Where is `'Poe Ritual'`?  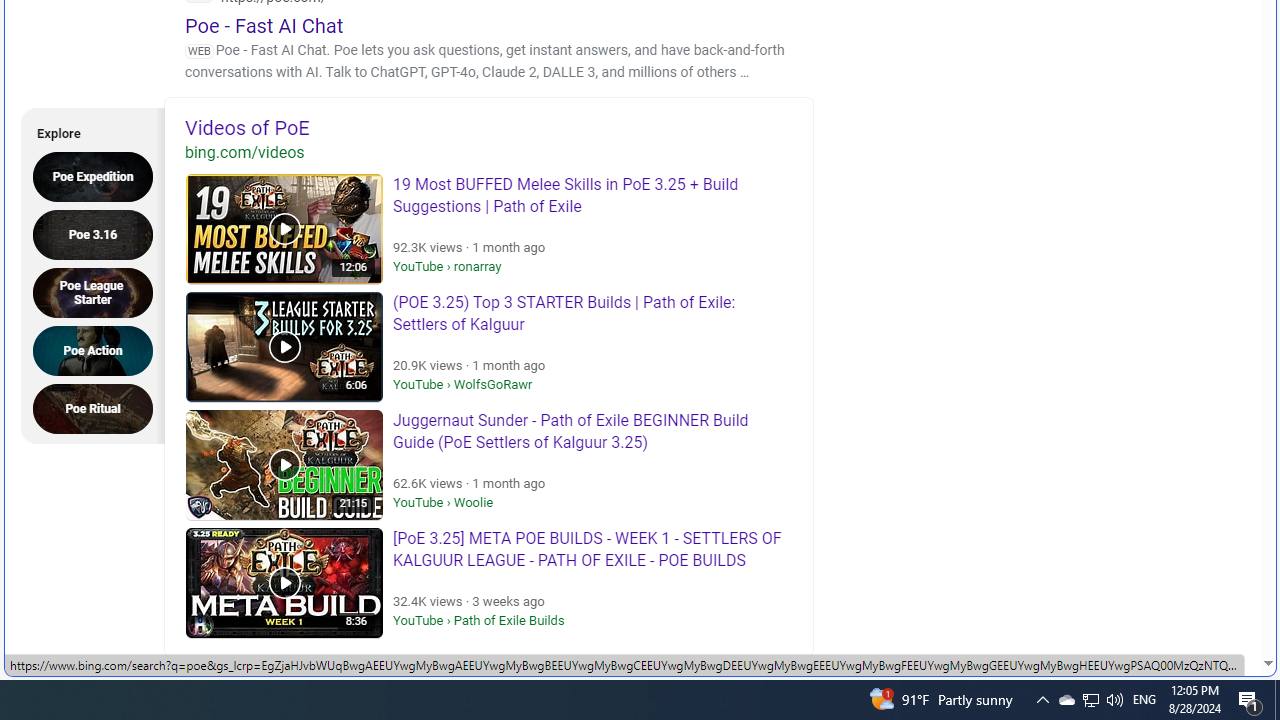 'Poe Ritual' is located at coordinates (98, 407).